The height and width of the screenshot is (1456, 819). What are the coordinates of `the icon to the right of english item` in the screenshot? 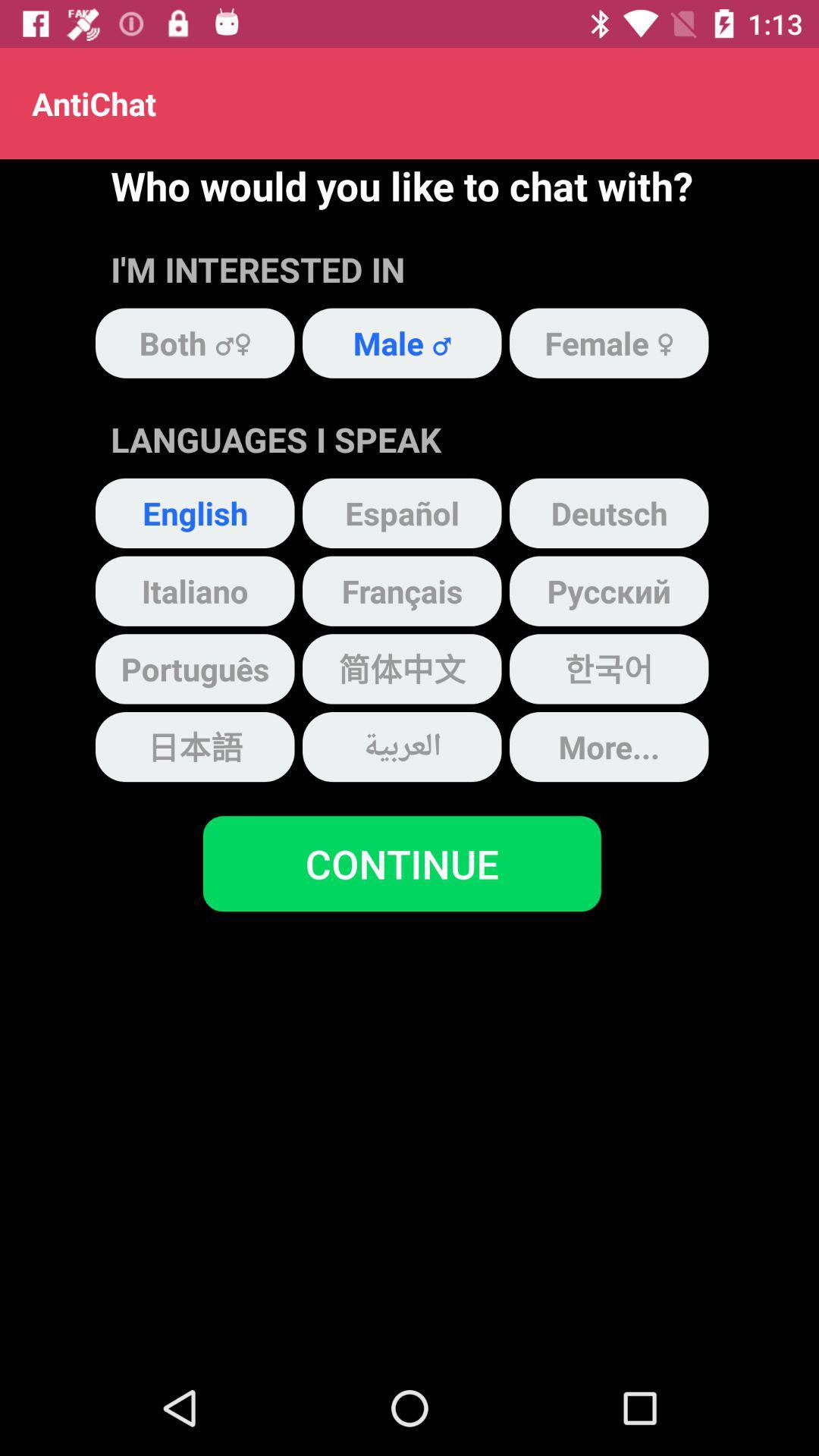 It's located at (401, 513).